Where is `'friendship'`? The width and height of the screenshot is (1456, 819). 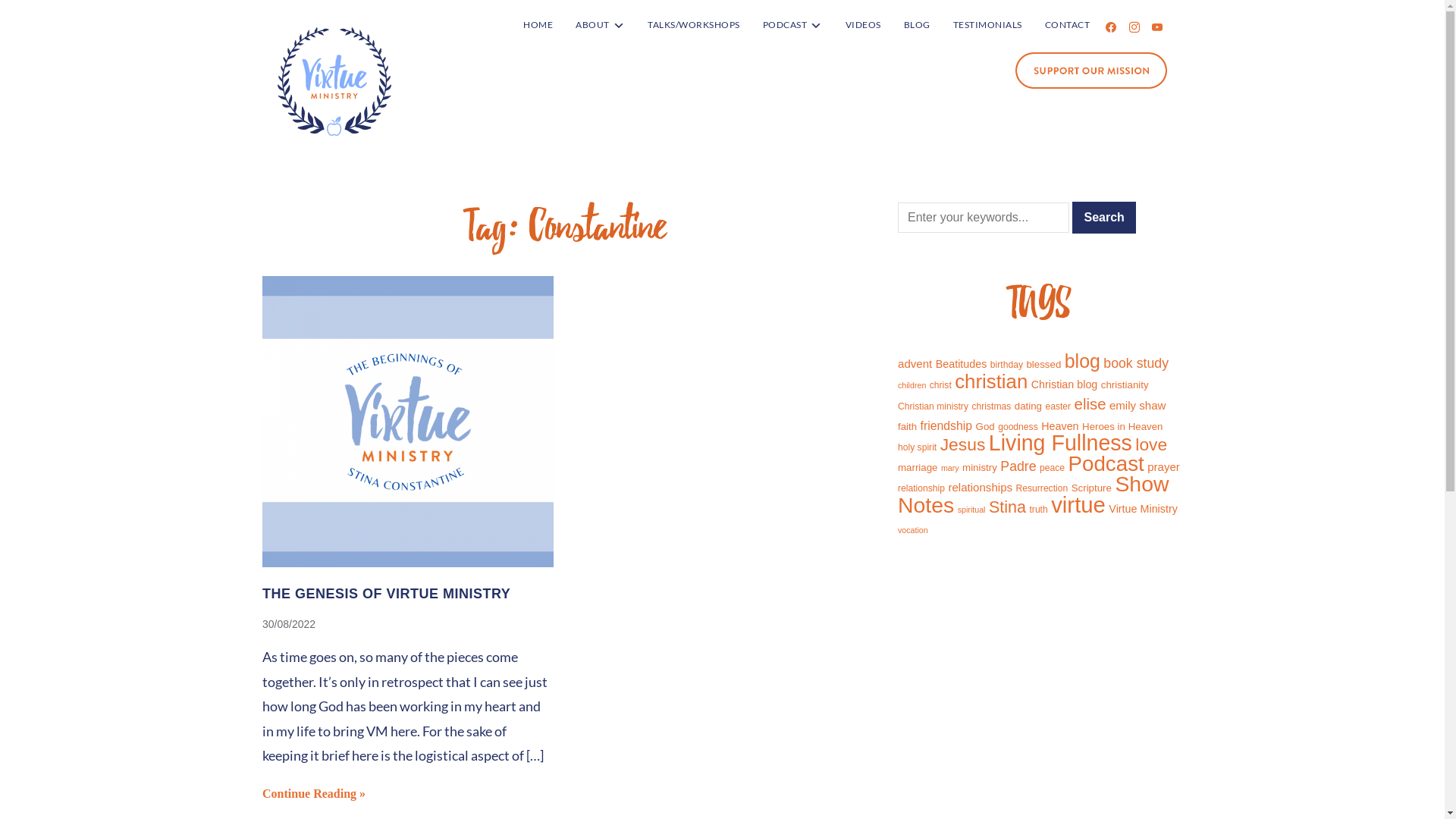 'friendship' is located at coordinates (946, 425).